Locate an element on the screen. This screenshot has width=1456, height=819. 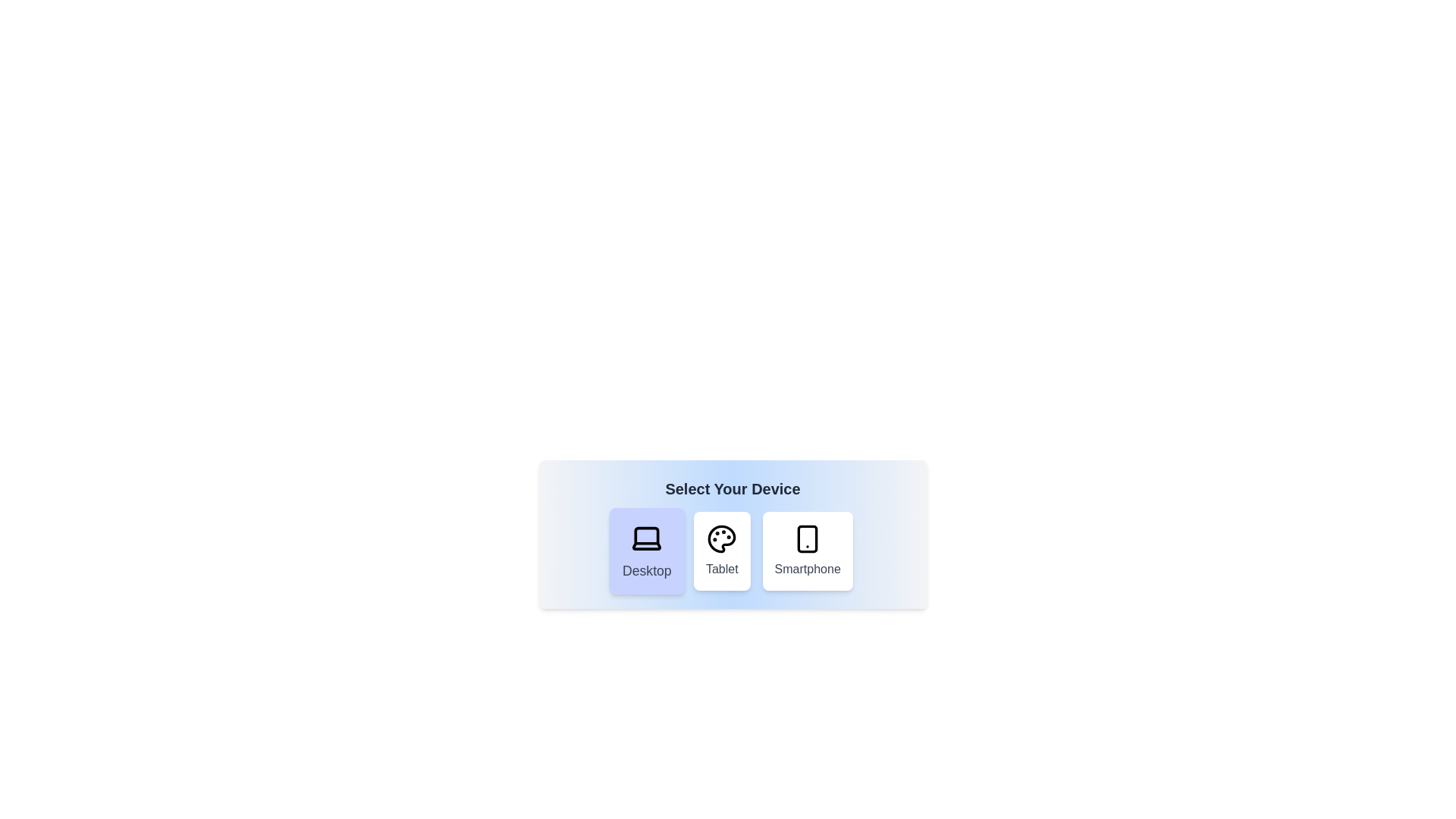
the button is located at coordinates (720, 551).